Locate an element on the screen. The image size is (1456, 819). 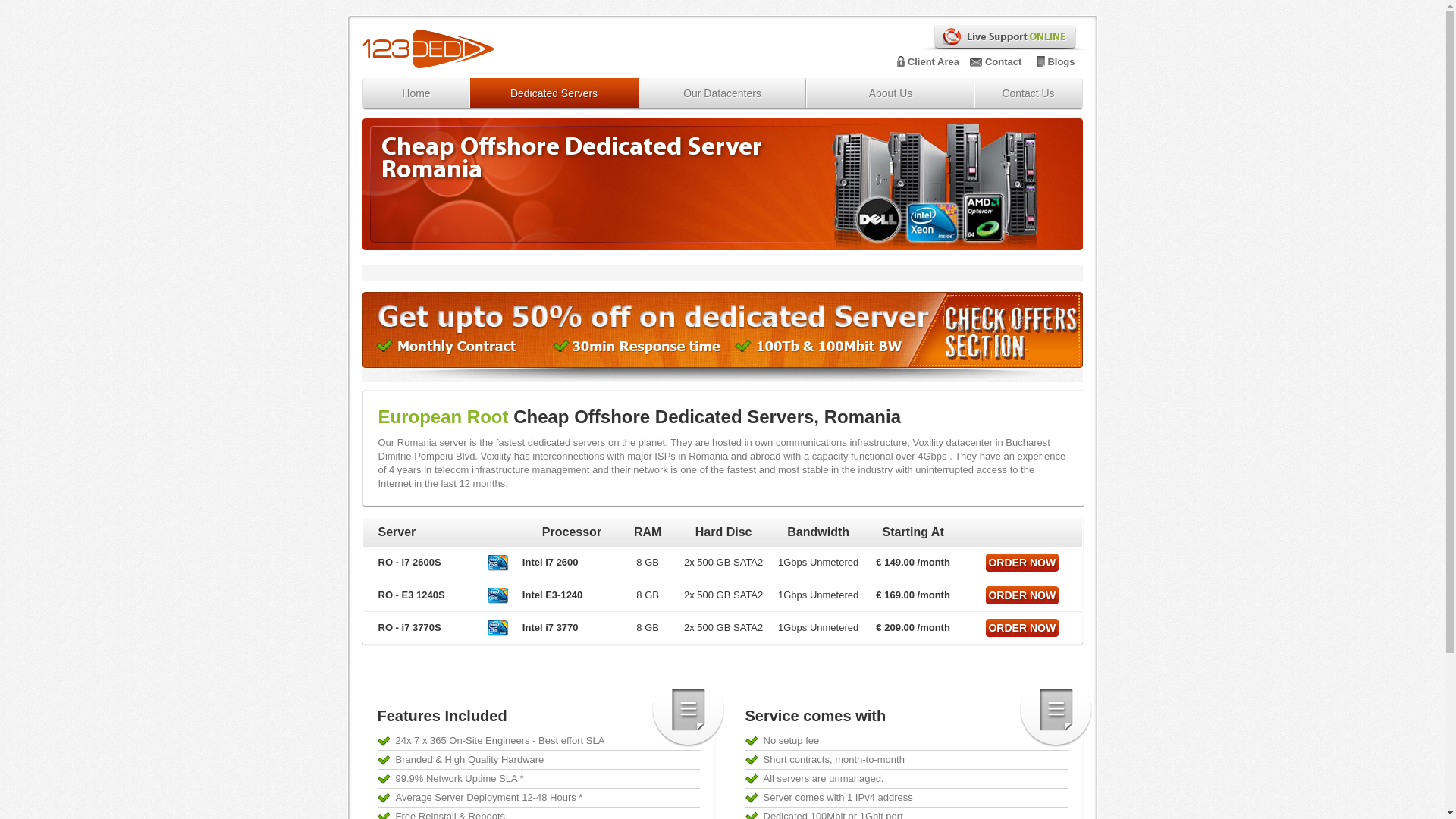
'ORDER NOW' is located at coordinates (1022, 628).